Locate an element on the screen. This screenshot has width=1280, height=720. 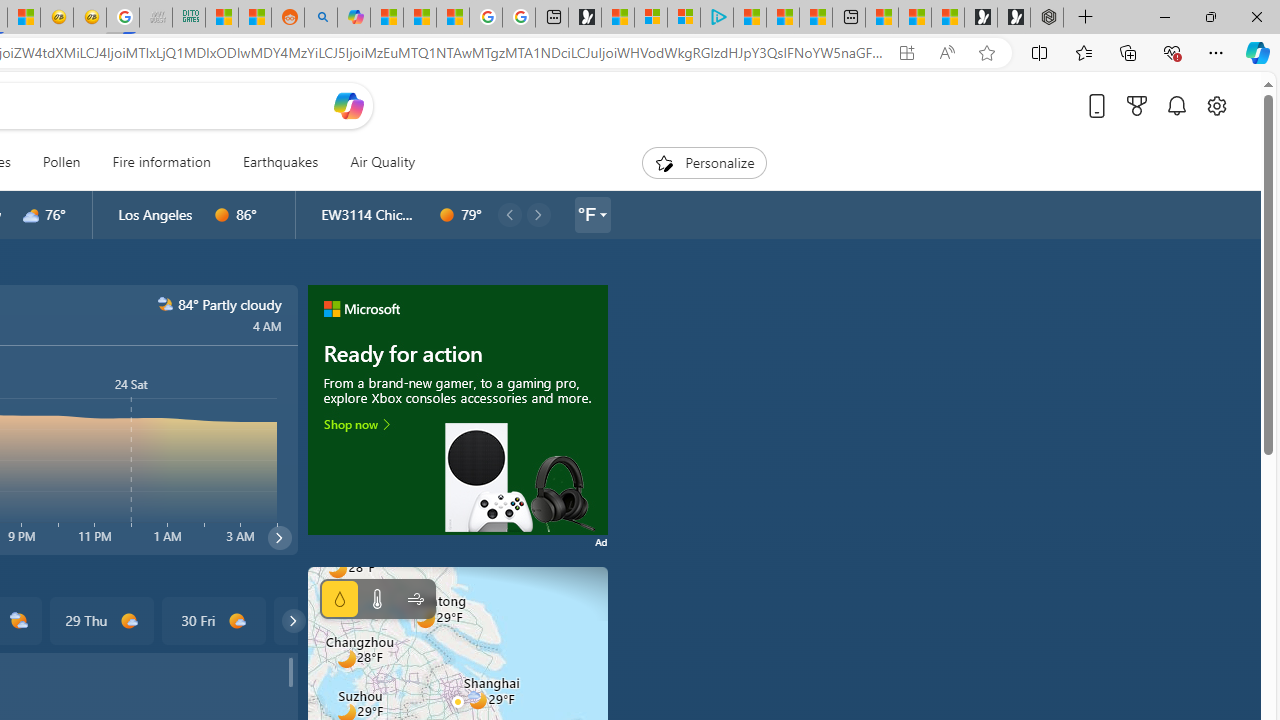
'n2000' is located at coordinates (165, 304).